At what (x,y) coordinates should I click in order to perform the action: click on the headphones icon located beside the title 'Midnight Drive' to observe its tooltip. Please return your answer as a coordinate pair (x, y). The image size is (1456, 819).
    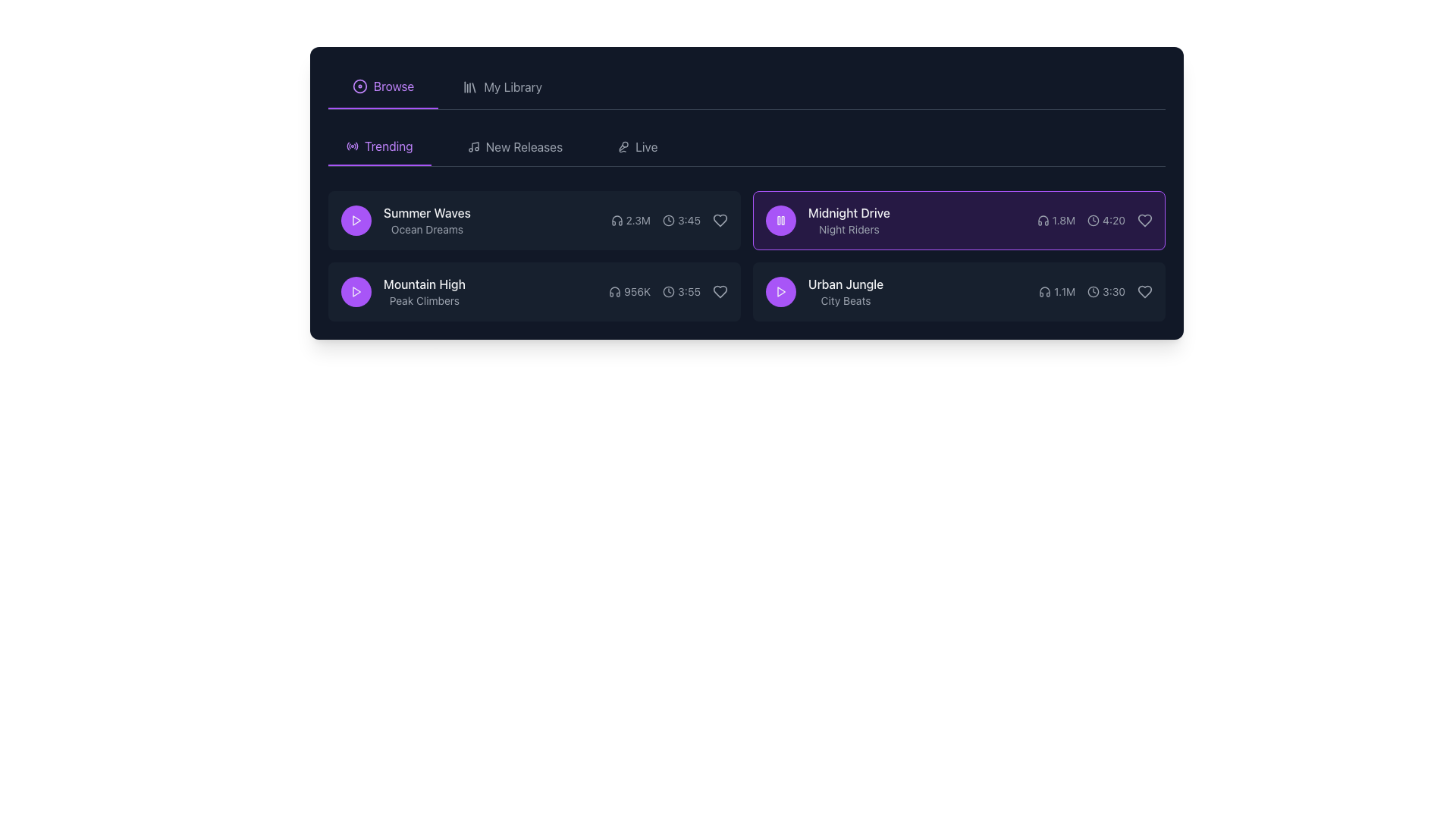
    Looking at the image, I should click on (1042, 220).